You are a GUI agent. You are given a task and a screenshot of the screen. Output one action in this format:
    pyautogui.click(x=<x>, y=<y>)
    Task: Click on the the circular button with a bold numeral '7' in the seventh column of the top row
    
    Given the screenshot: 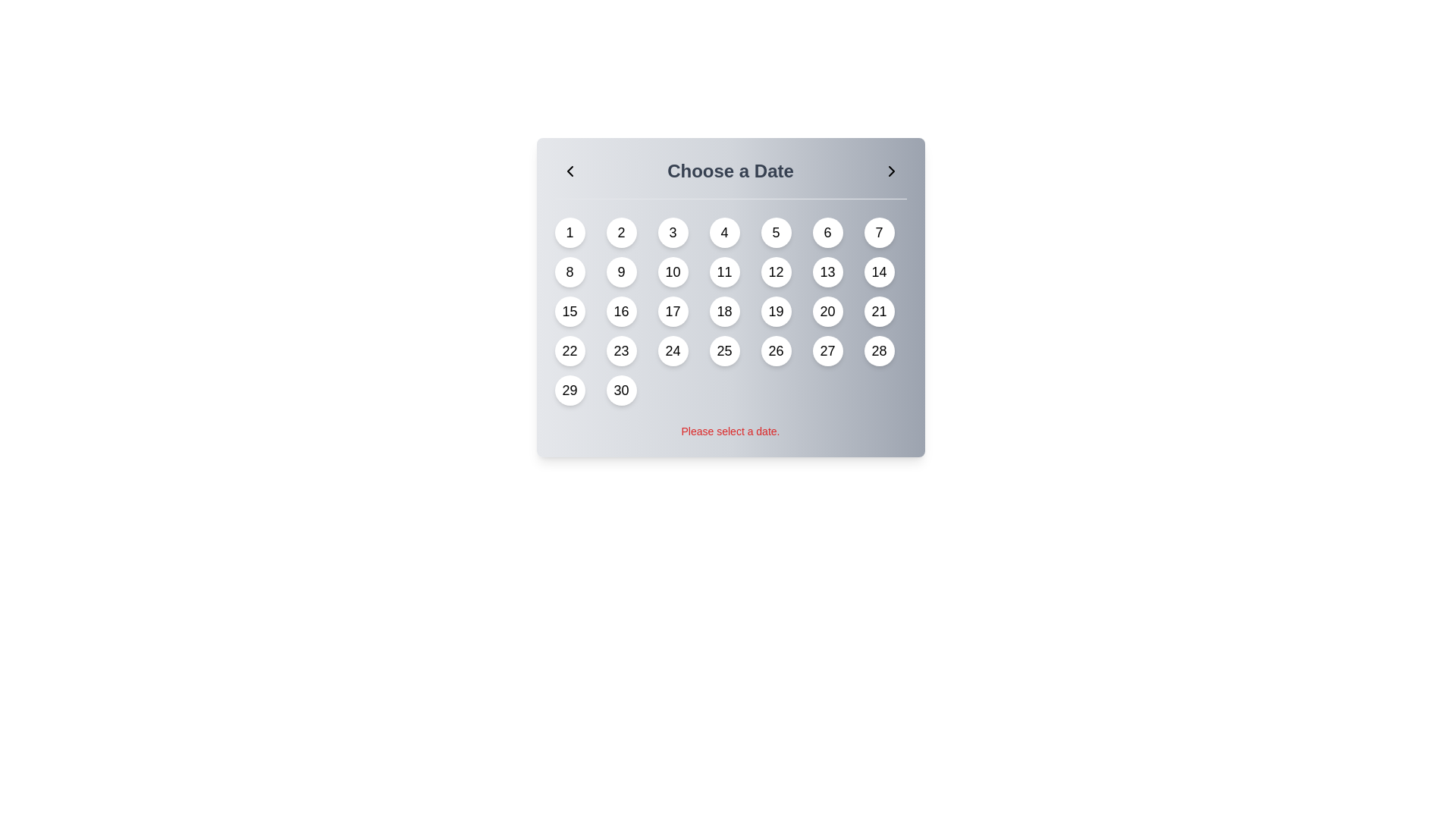 What is the action you would take?
    pyautogui.click(x=879, y=233)
    